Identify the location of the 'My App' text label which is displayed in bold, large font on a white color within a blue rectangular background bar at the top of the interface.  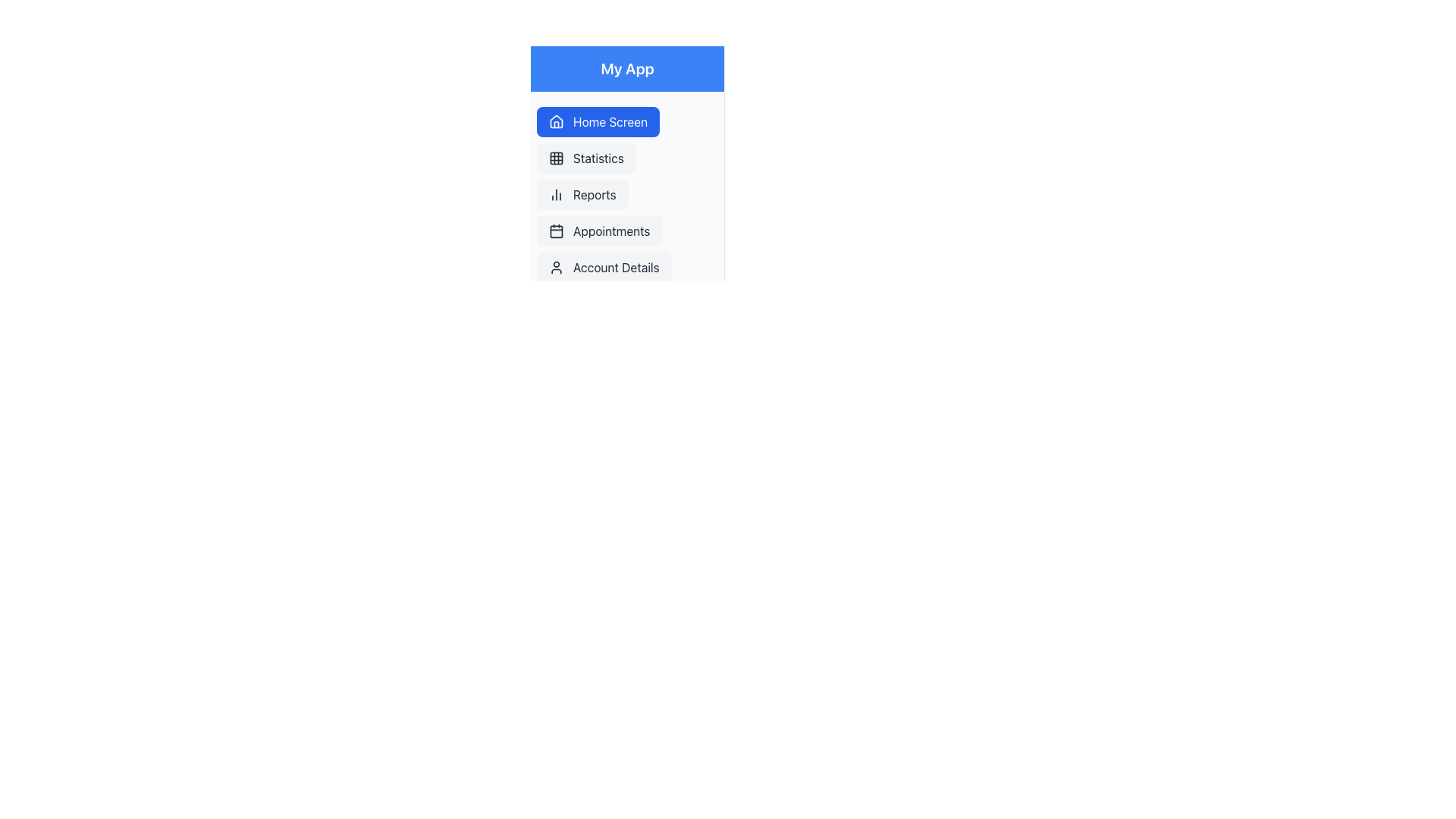
(627, 69).